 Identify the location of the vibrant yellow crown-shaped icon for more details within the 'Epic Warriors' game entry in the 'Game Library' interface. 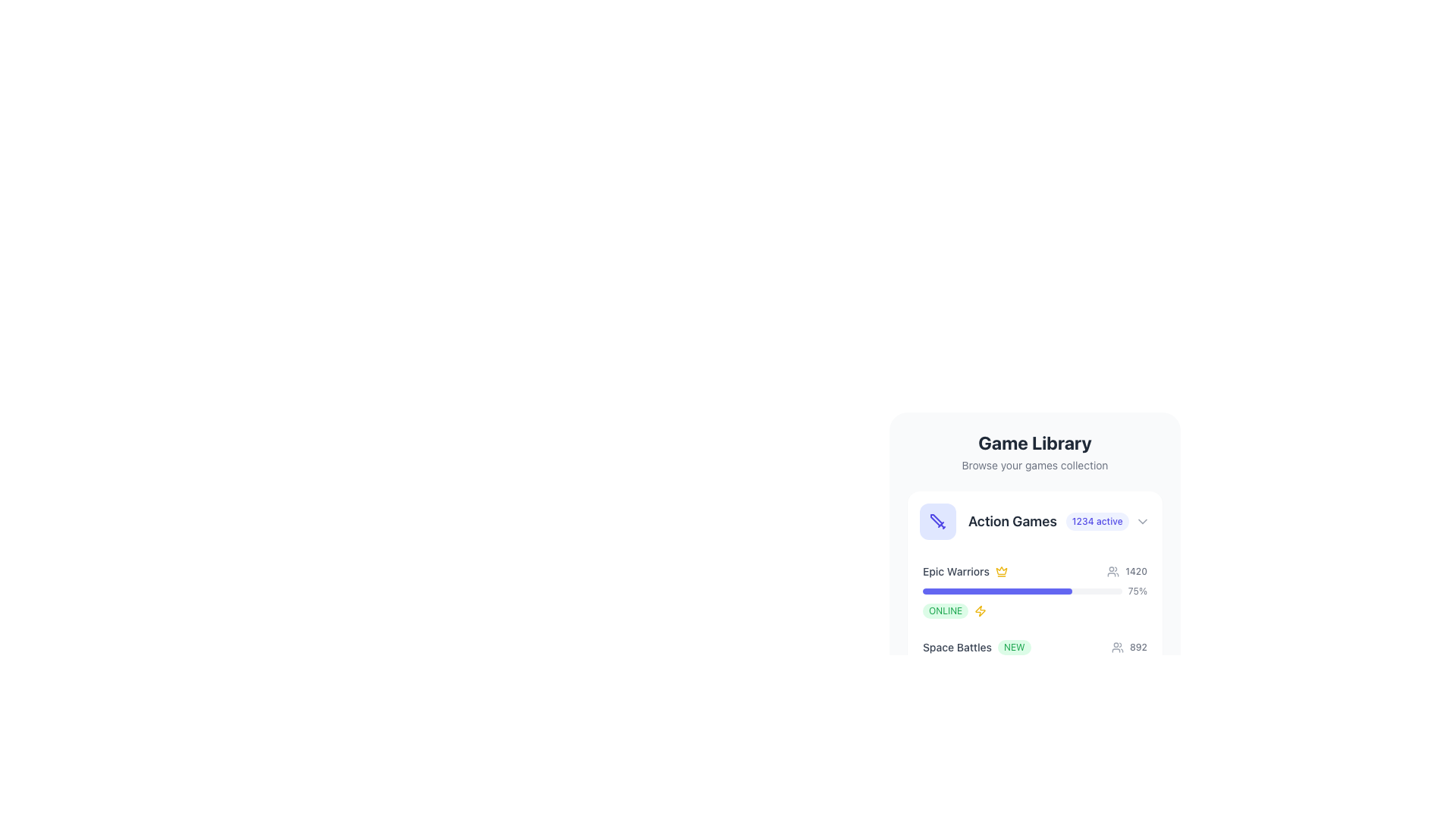
(1001, 570).